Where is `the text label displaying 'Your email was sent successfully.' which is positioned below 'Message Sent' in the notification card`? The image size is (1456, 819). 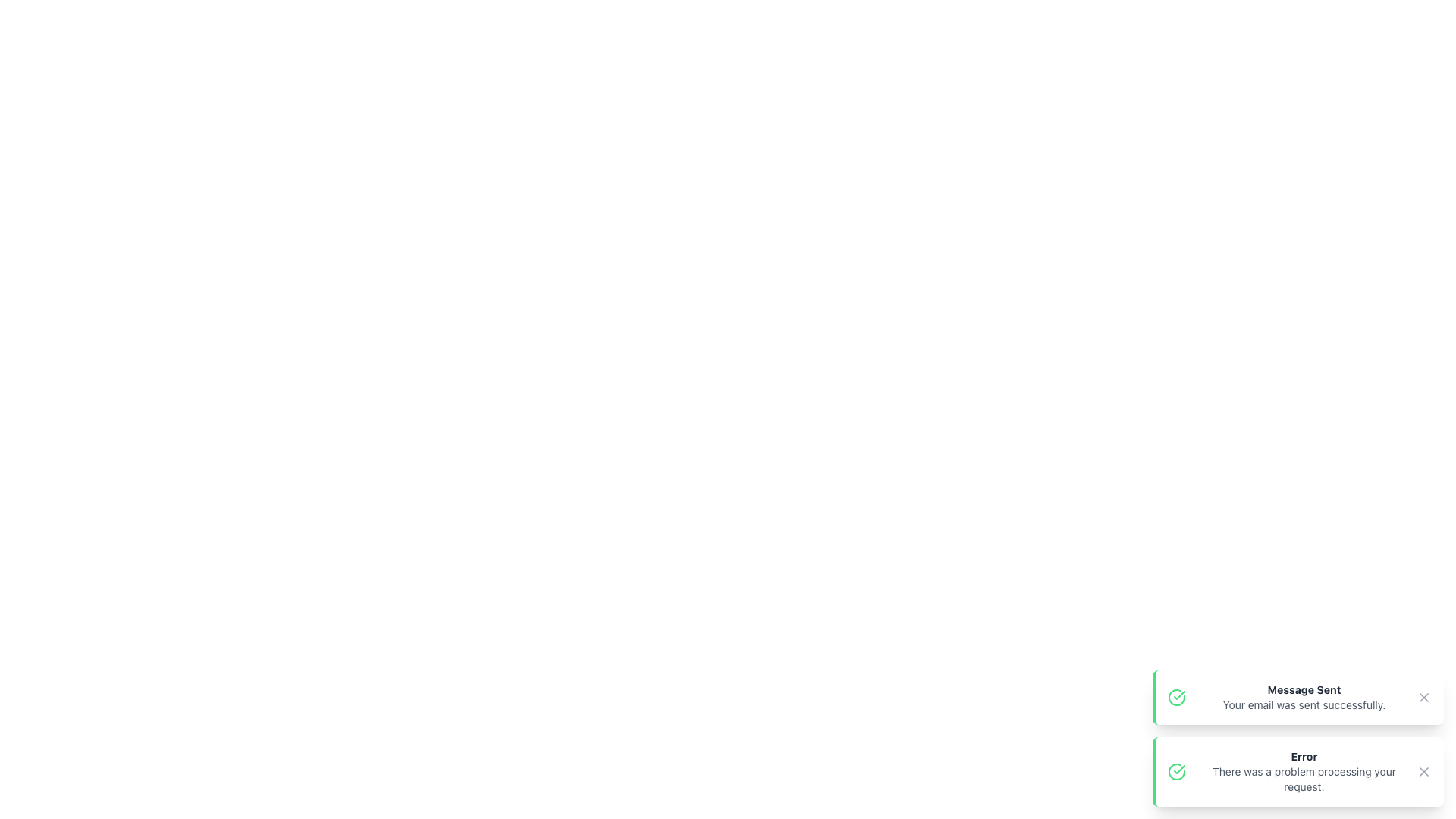 the text label displaying 'Your email was sent successfully.' which is positioned below 'Message Sent' in the notification card is located at coordinates (1303, 704).